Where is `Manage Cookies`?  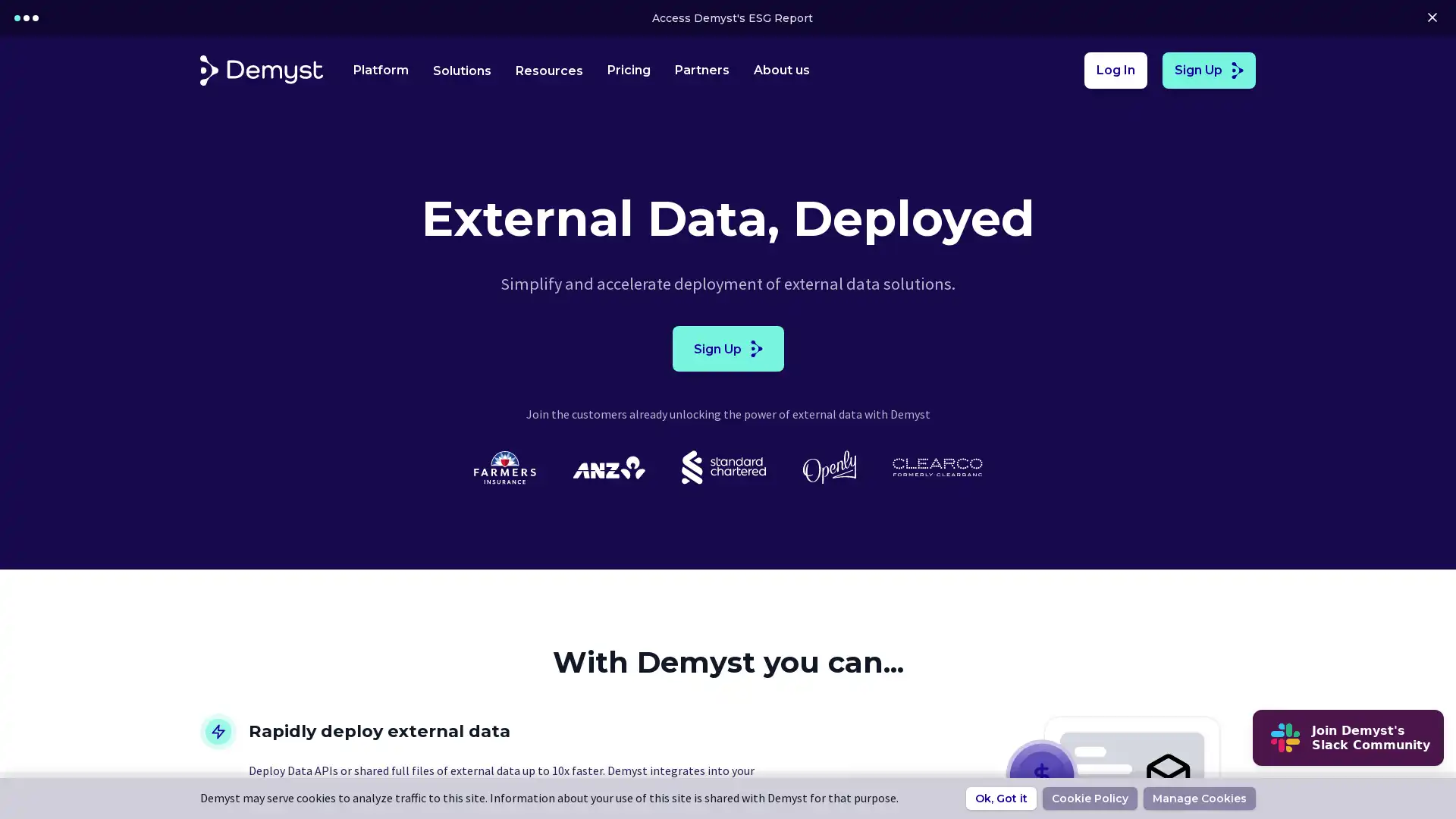 Manage Cookies is located at coordinates (1199, 798).